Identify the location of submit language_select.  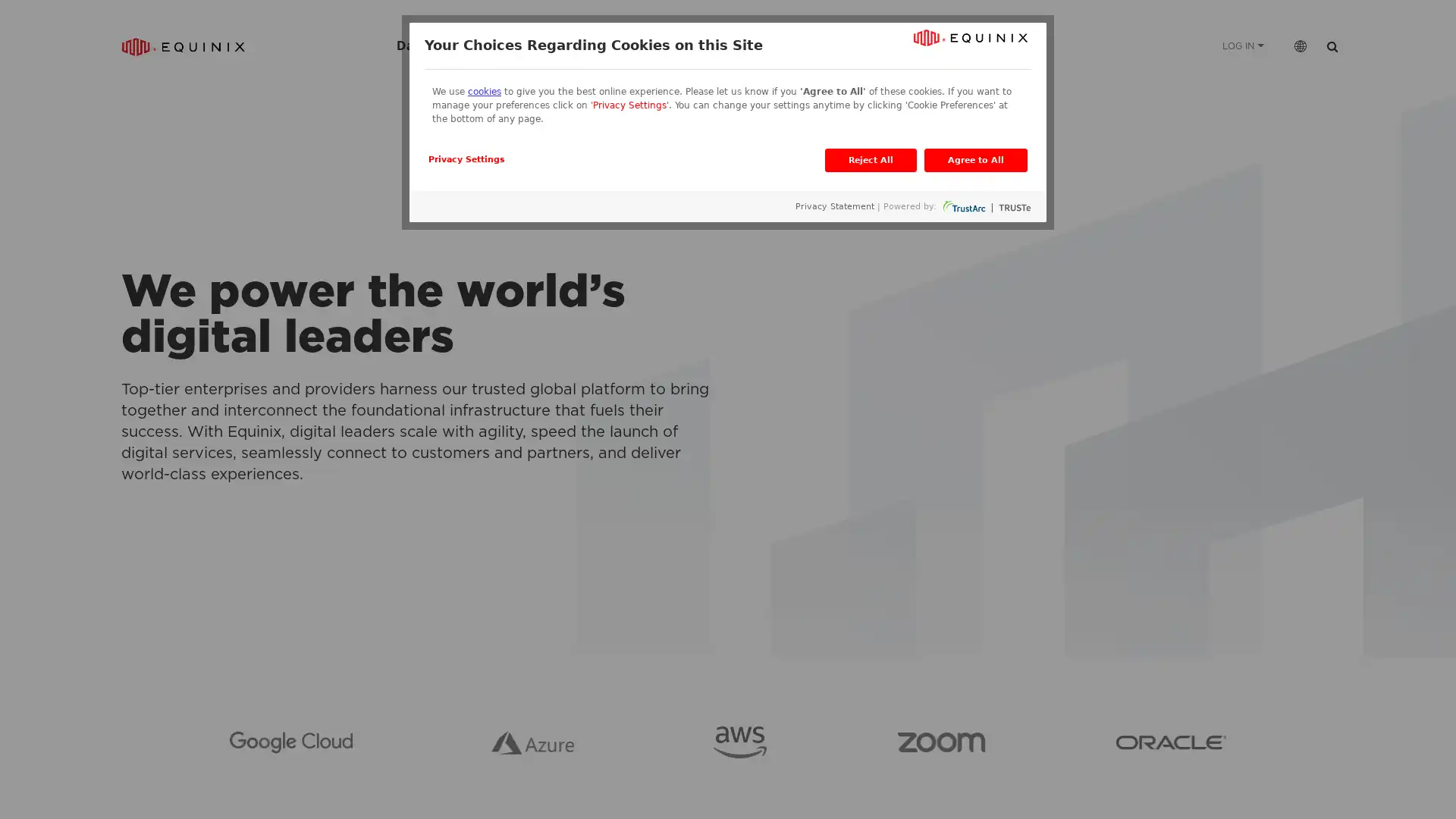
(1299, 45).